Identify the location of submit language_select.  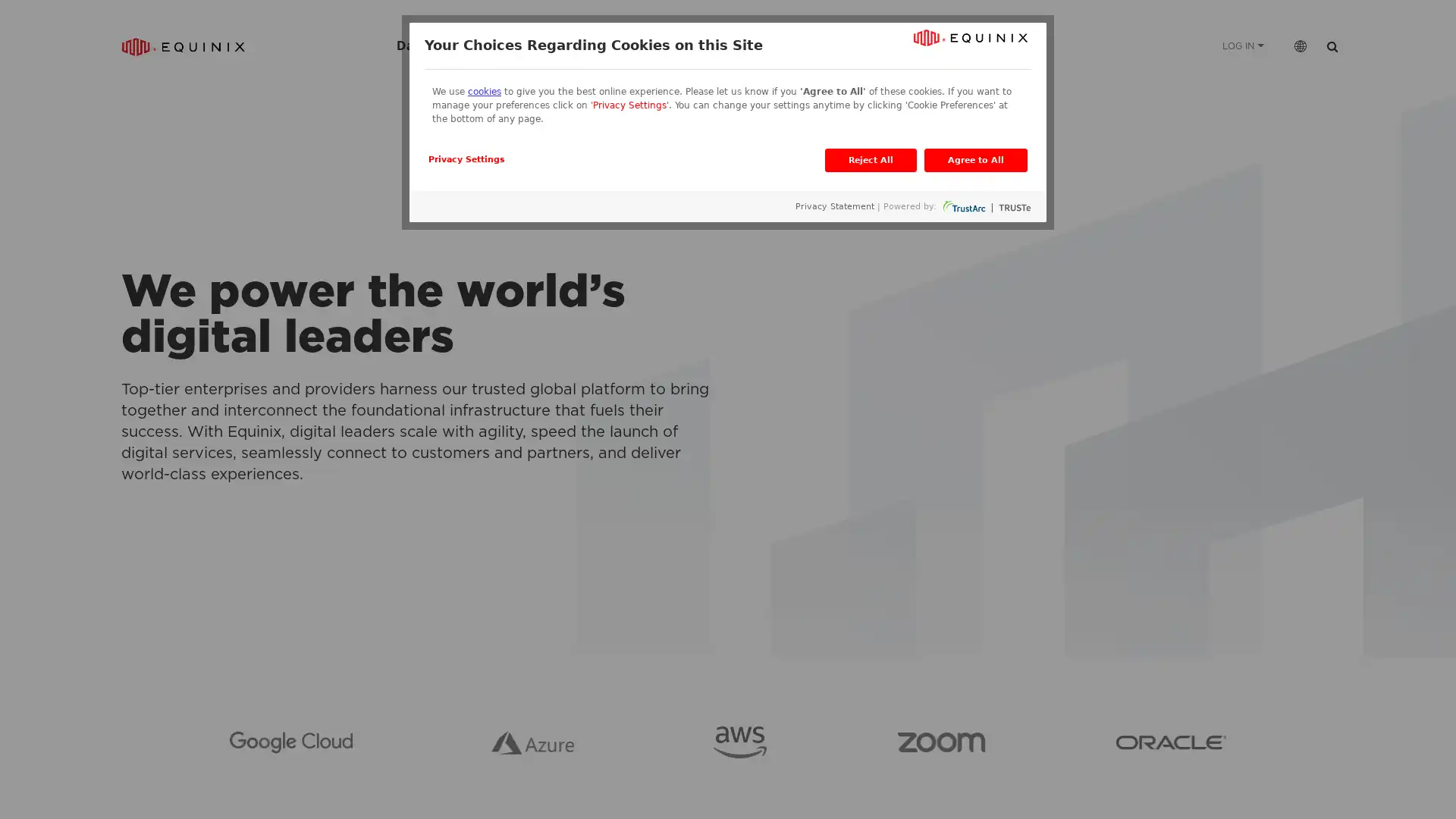
(1299, 45).